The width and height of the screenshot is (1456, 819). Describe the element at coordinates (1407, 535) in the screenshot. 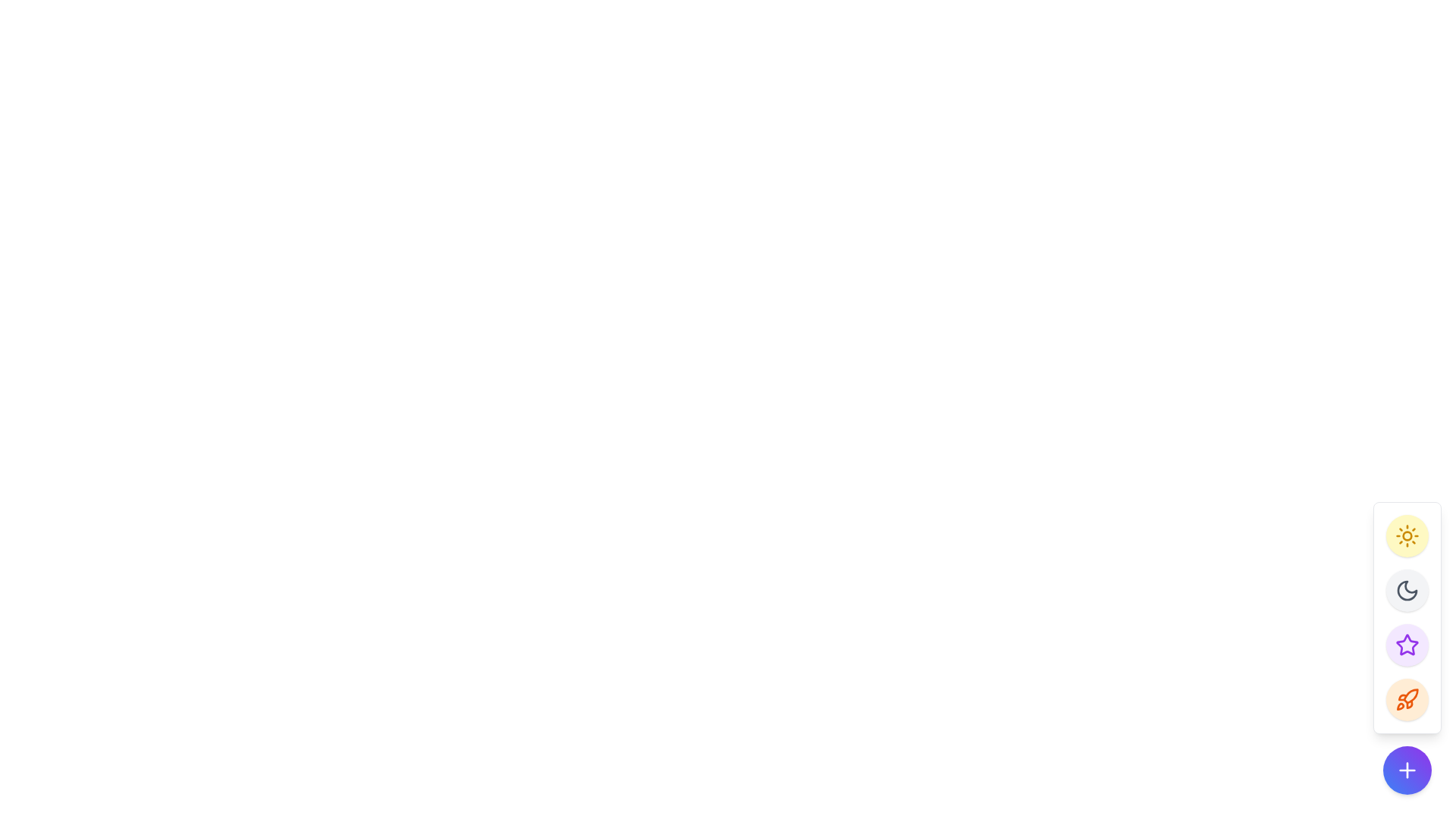

I see `the circular sun icon button with a bright yellow background` at that location.